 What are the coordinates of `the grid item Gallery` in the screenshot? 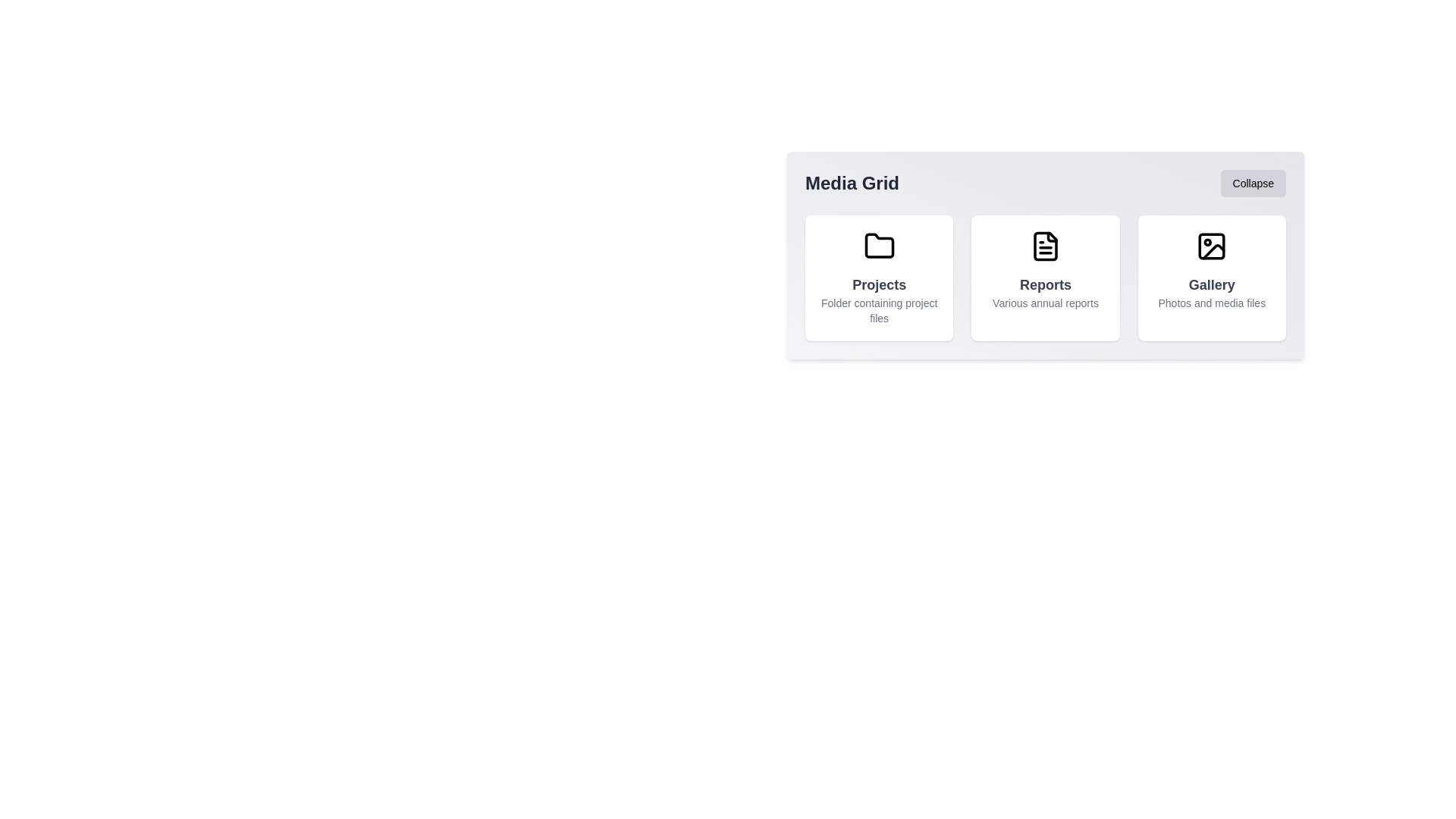 It's located at (1211, 278).